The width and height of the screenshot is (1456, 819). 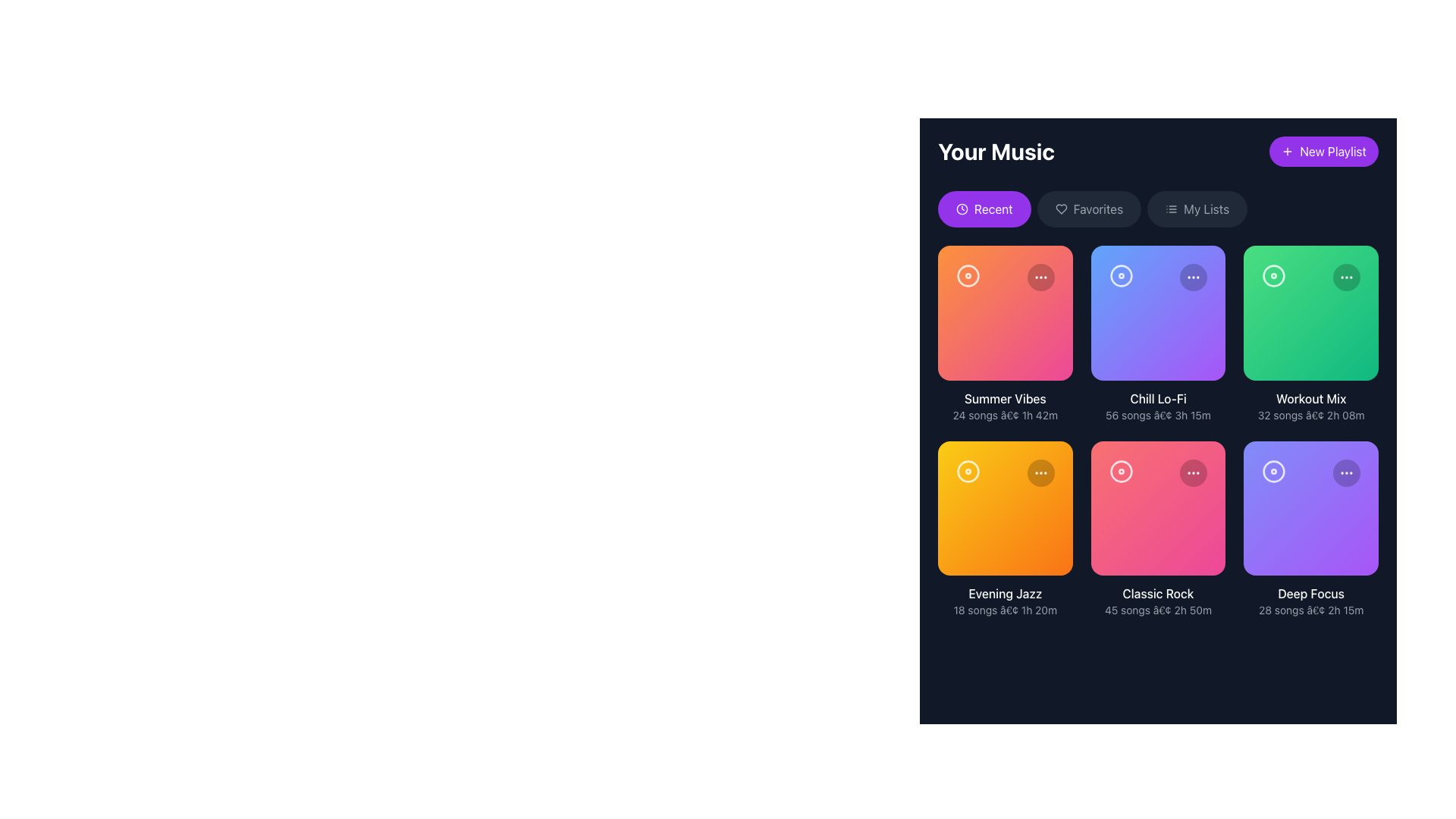 I want to click on the Text label that provides the name and details of a playlist, located at the bottom section of the last card in the first row of the grid layout, so click(x=1310, y=405).